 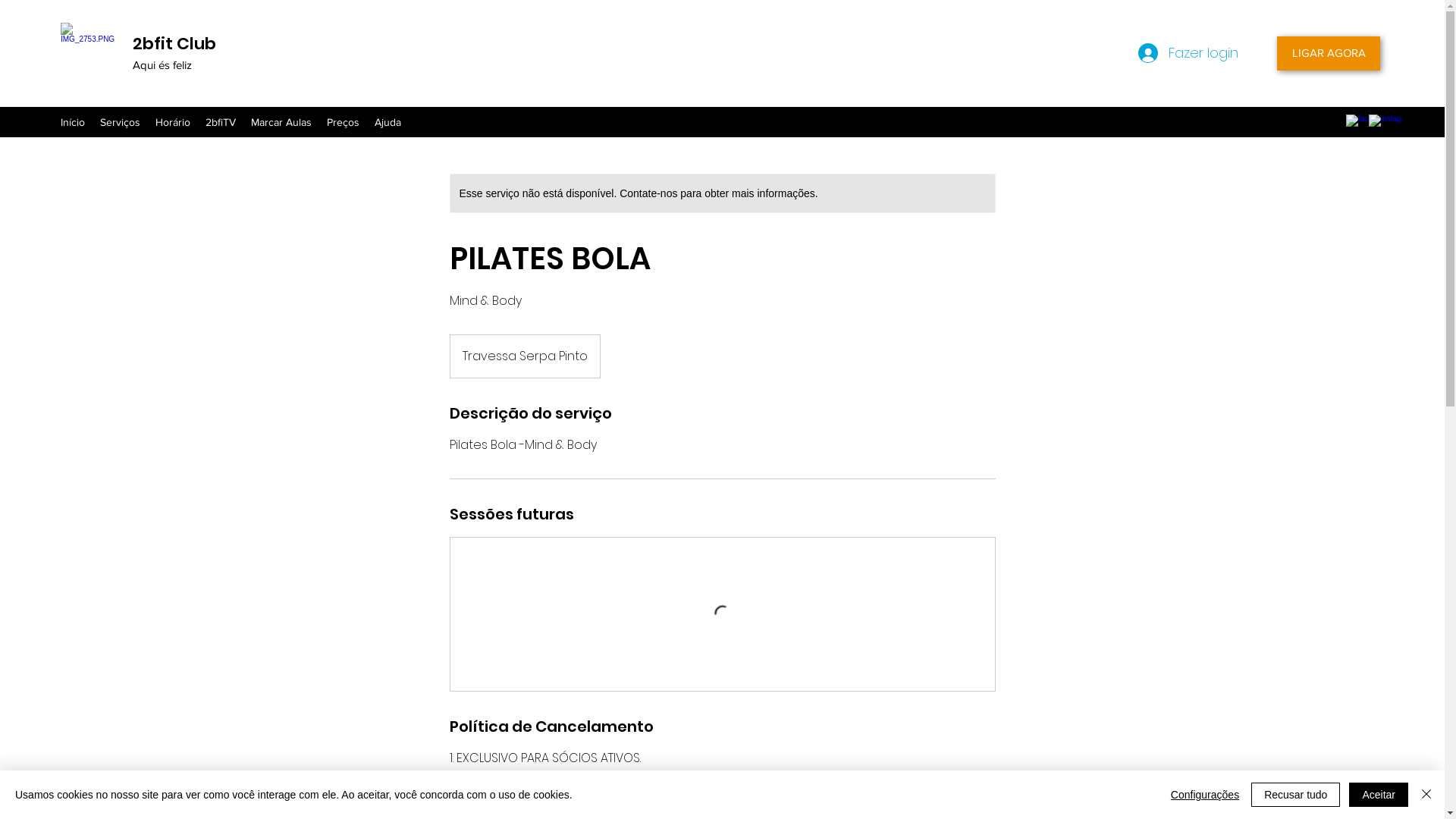 I want to click on 'Ajuda', so click(x=388, y=121).